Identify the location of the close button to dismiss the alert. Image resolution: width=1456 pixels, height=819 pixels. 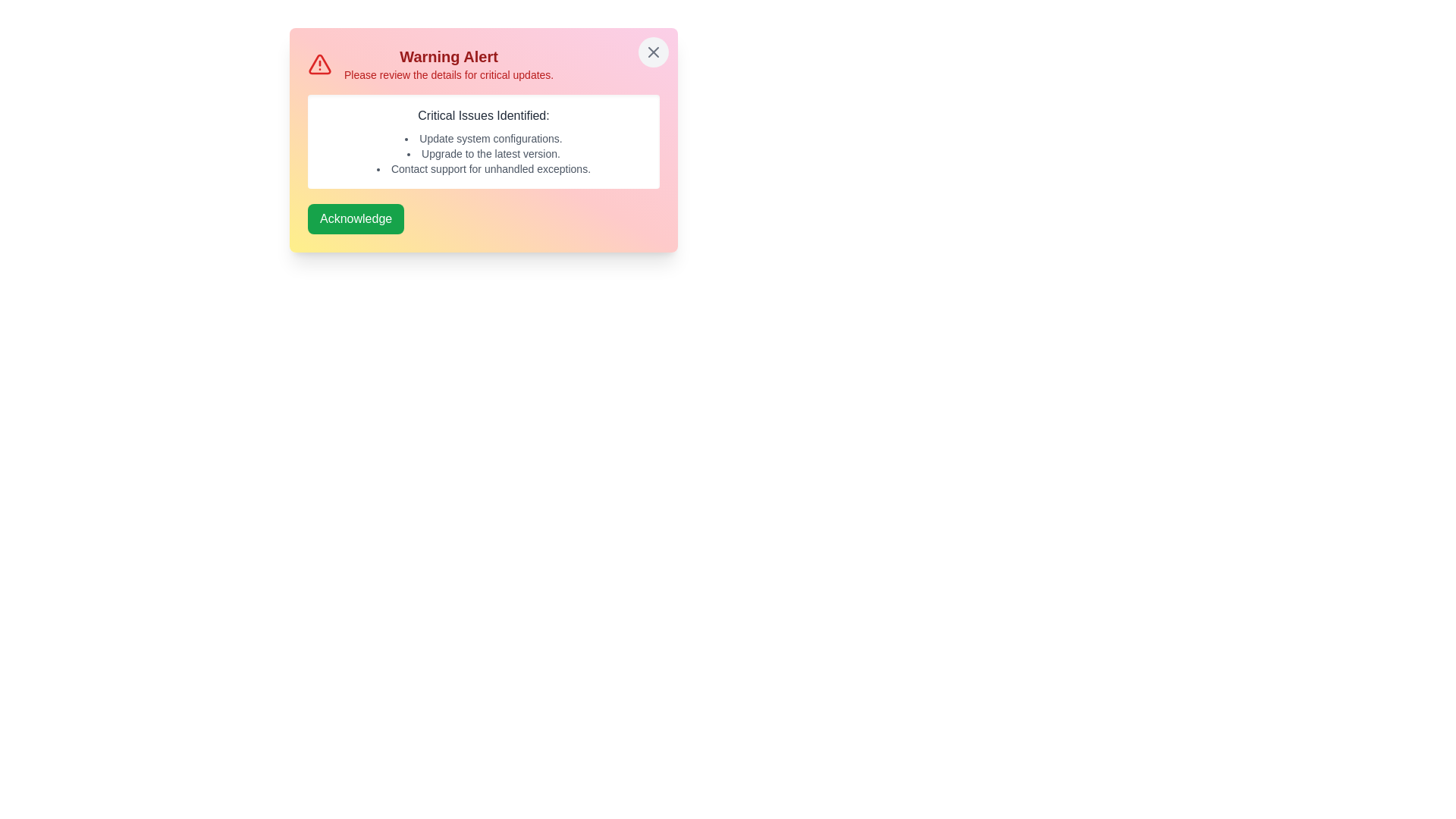
(654, 52).